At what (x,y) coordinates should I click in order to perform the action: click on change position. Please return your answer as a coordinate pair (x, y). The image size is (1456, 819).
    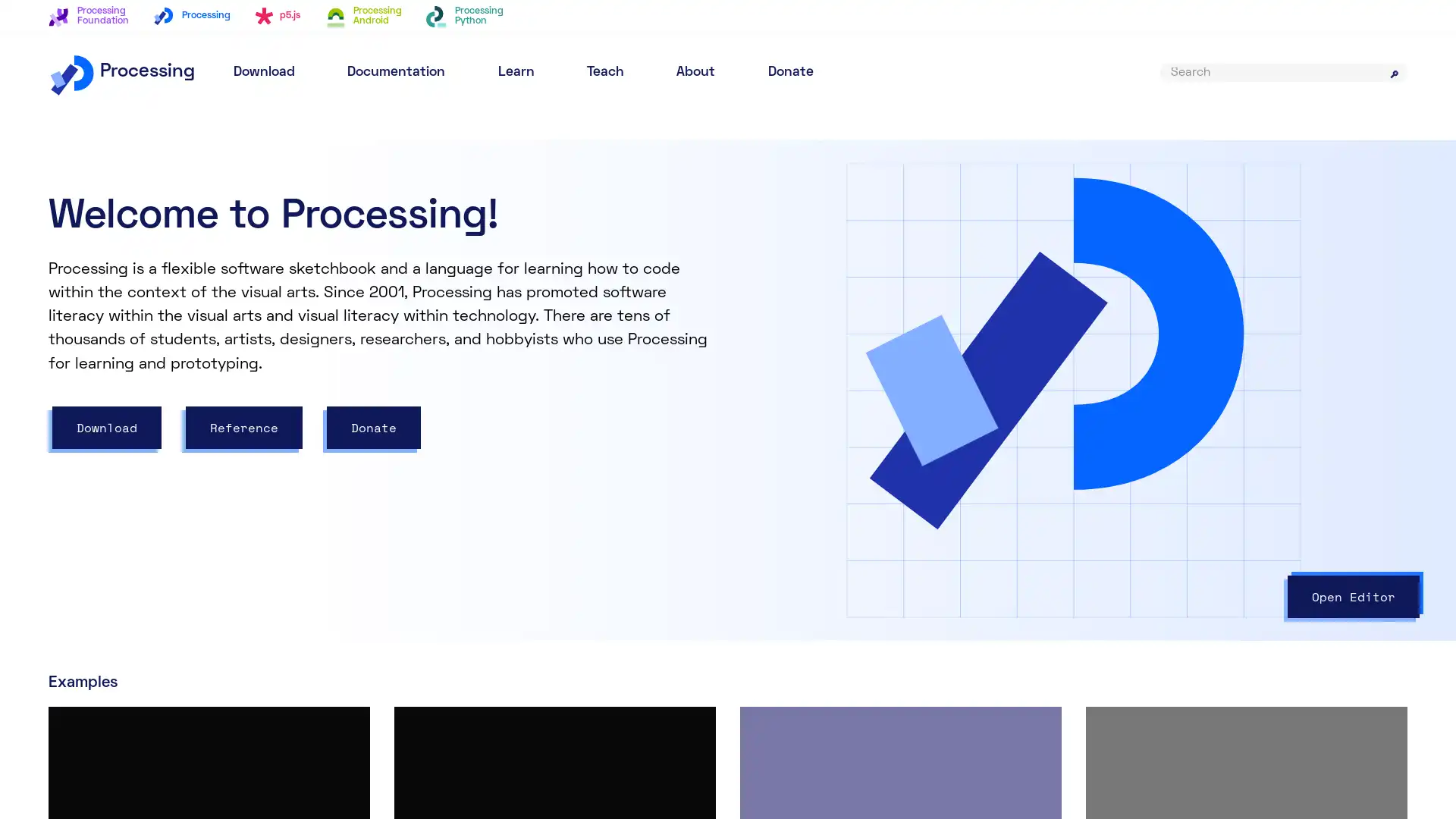
    Looking at the image, I should click on (822, 397).